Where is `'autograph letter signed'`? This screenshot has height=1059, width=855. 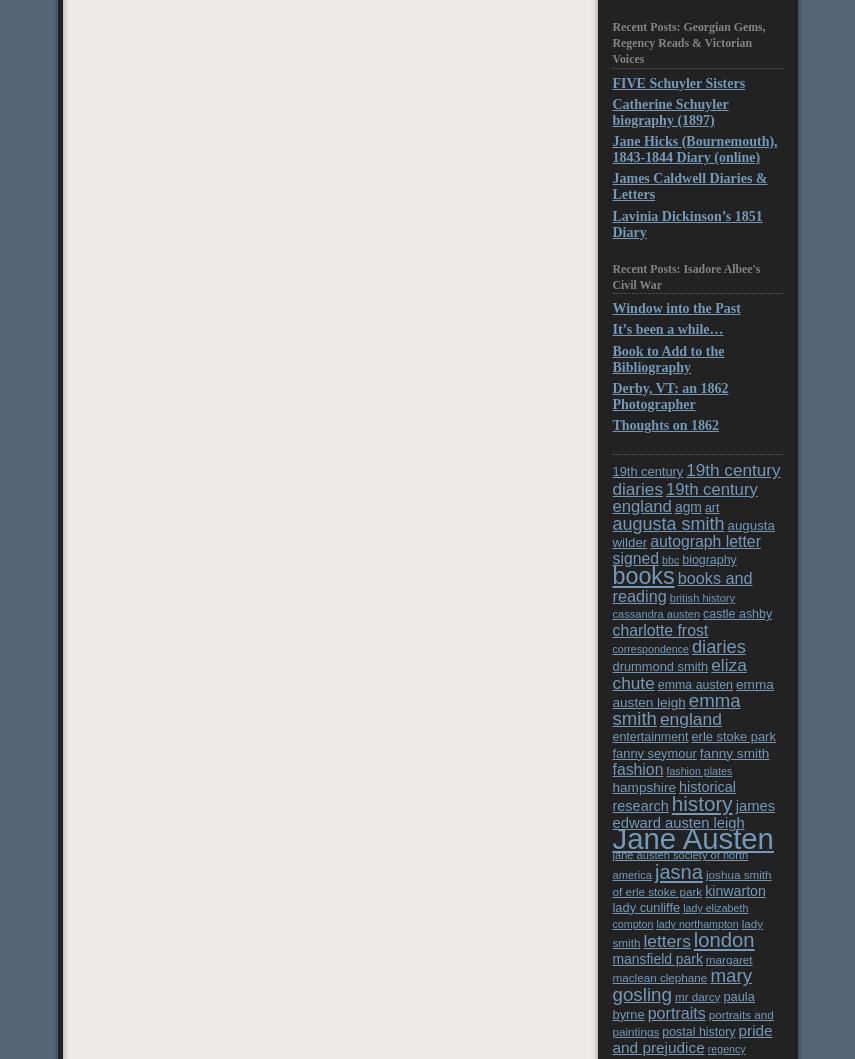 'autograph letter signed' is located at coordinates (685, 548).